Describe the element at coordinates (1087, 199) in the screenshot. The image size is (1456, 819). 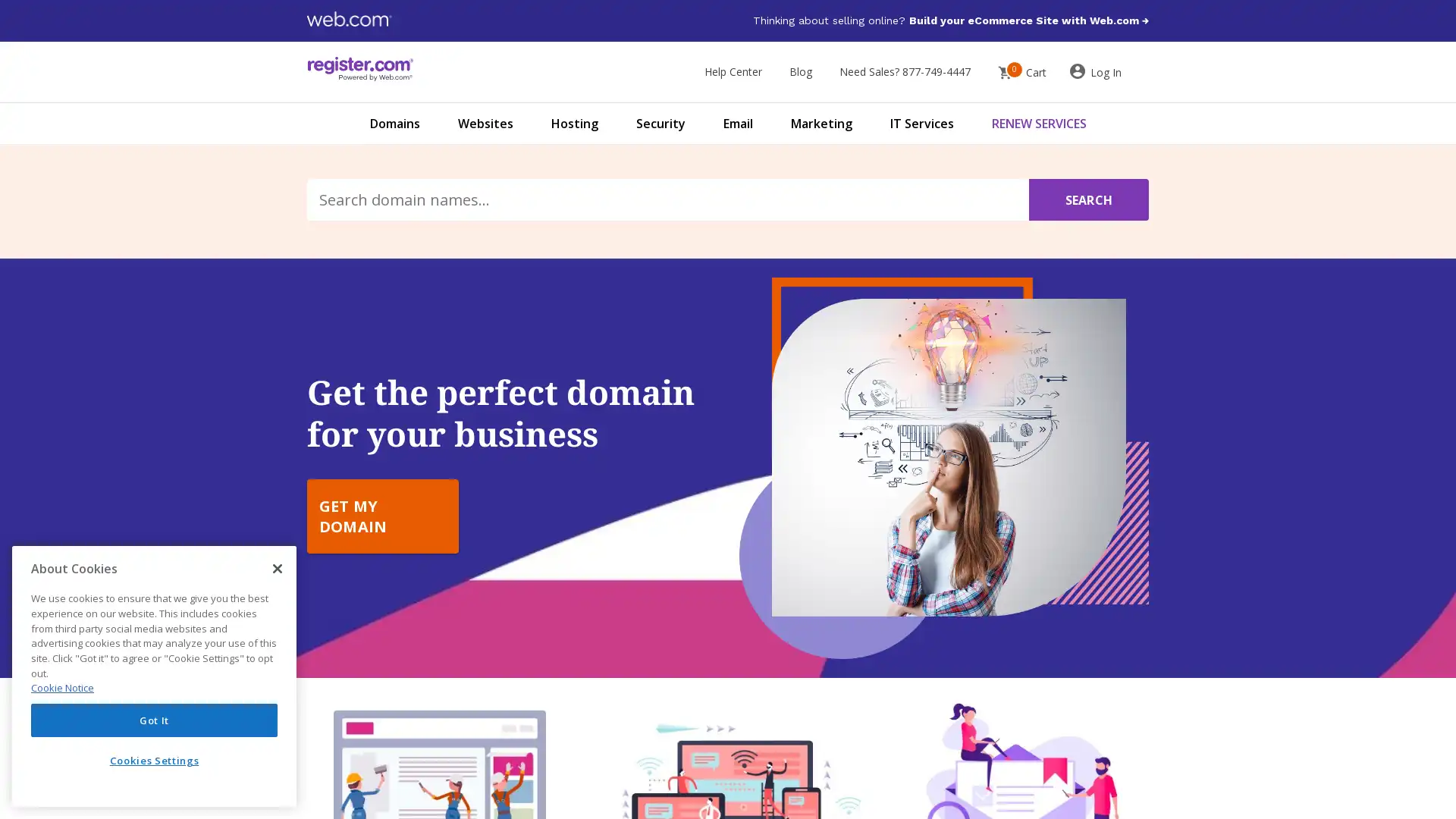
I see `SEARCH` at that location.